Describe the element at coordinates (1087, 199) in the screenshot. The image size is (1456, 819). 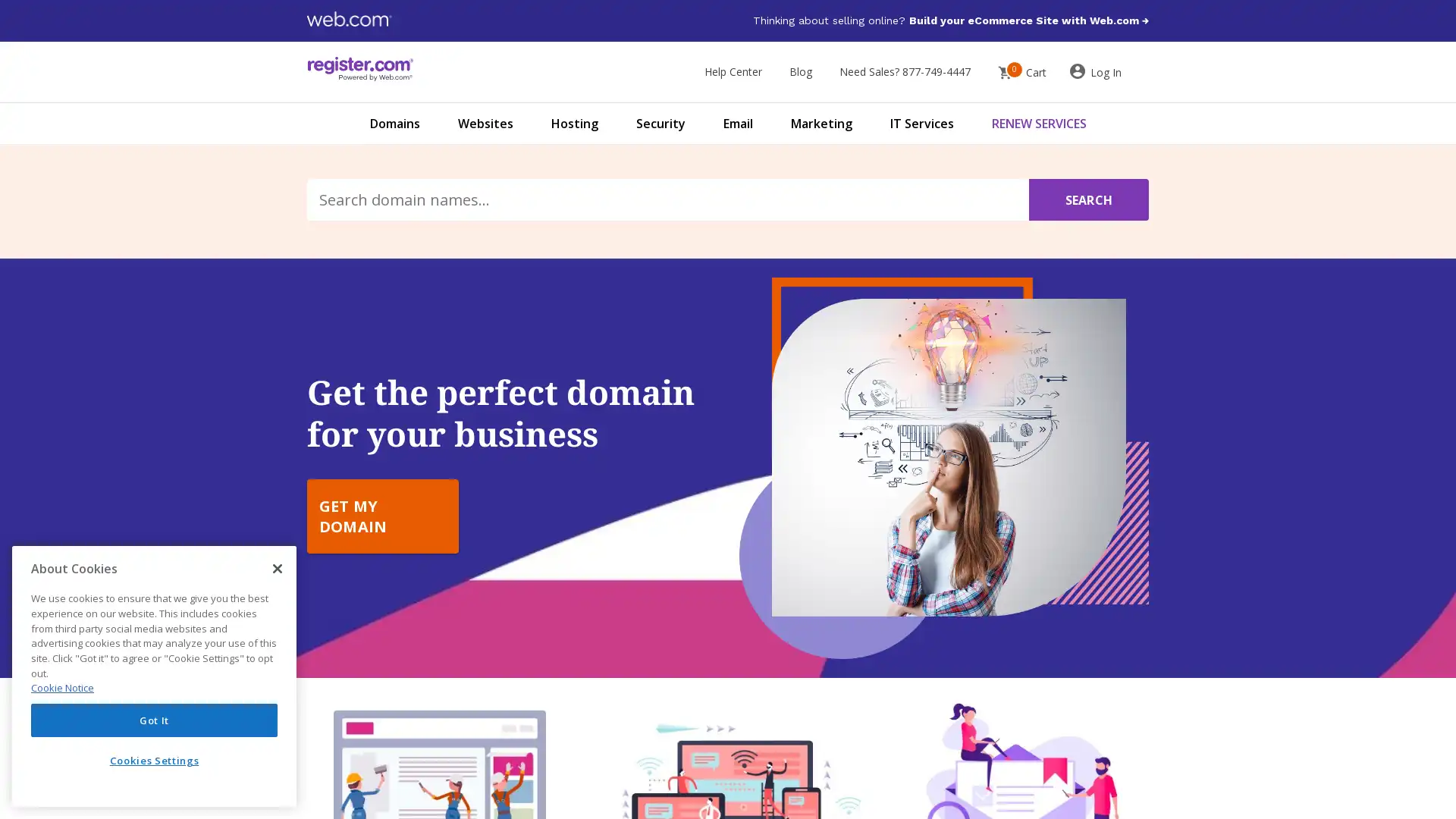
I see `SEARCH` at that location.